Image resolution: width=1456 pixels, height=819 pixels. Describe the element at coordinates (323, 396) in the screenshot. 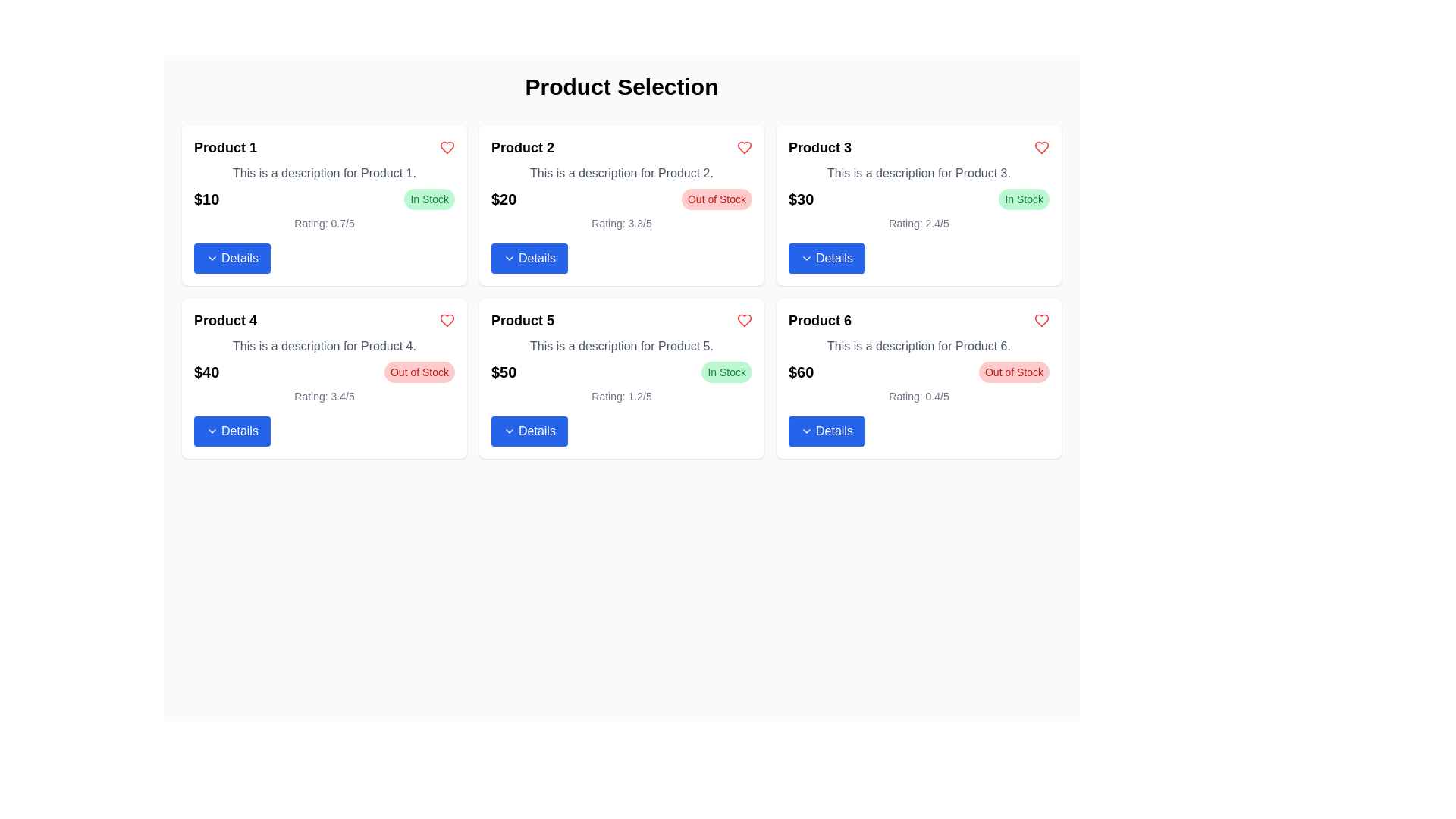

I see `average rating score displayed in the Text label for 'Product 4', located below the price and stock status, and above the 'Details' button` at that location.